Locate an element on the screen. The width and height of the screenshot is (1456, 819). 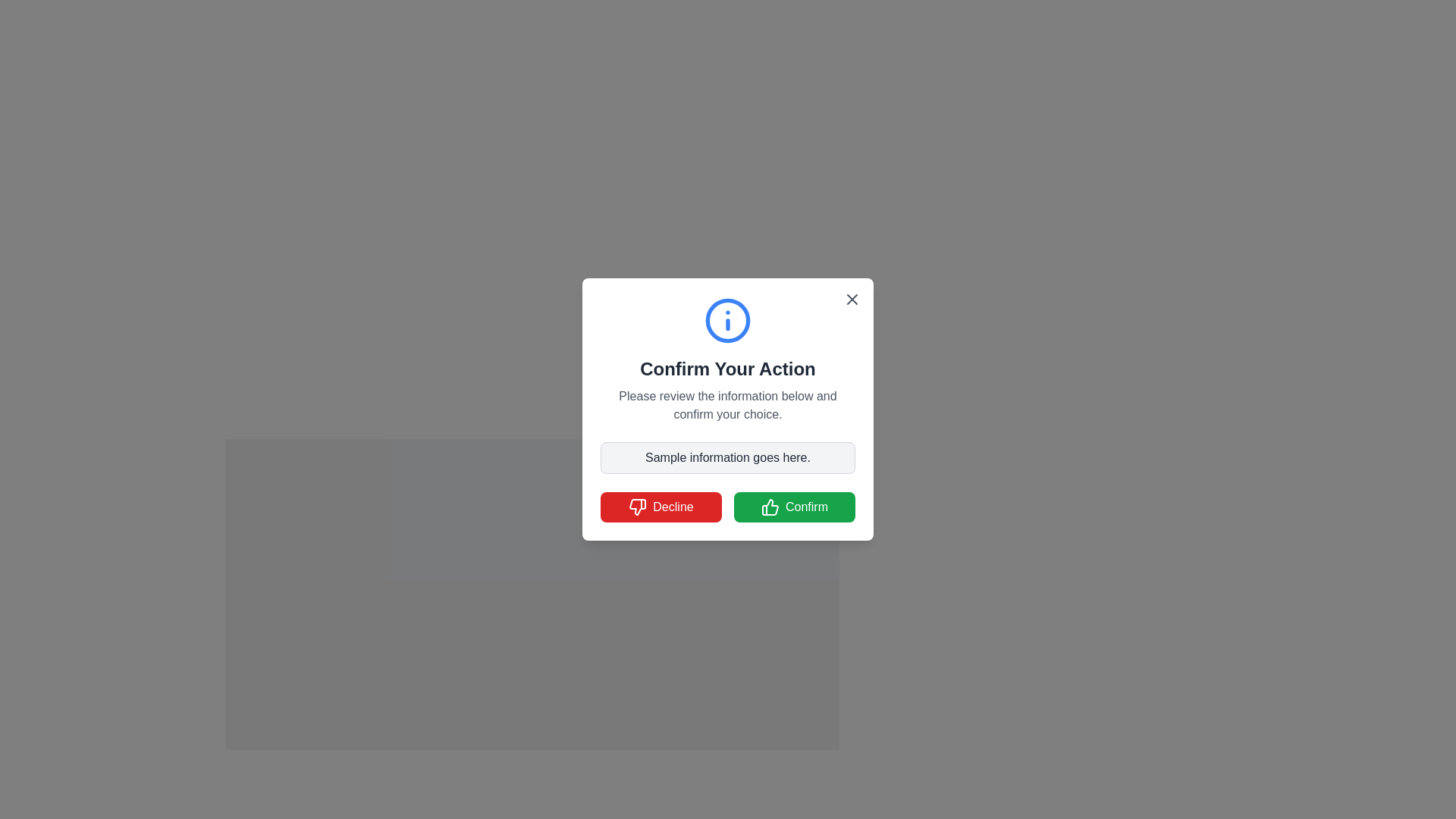
the 'X' icon button in the upper-right corner of the modal is located at coordinates (852, 299).